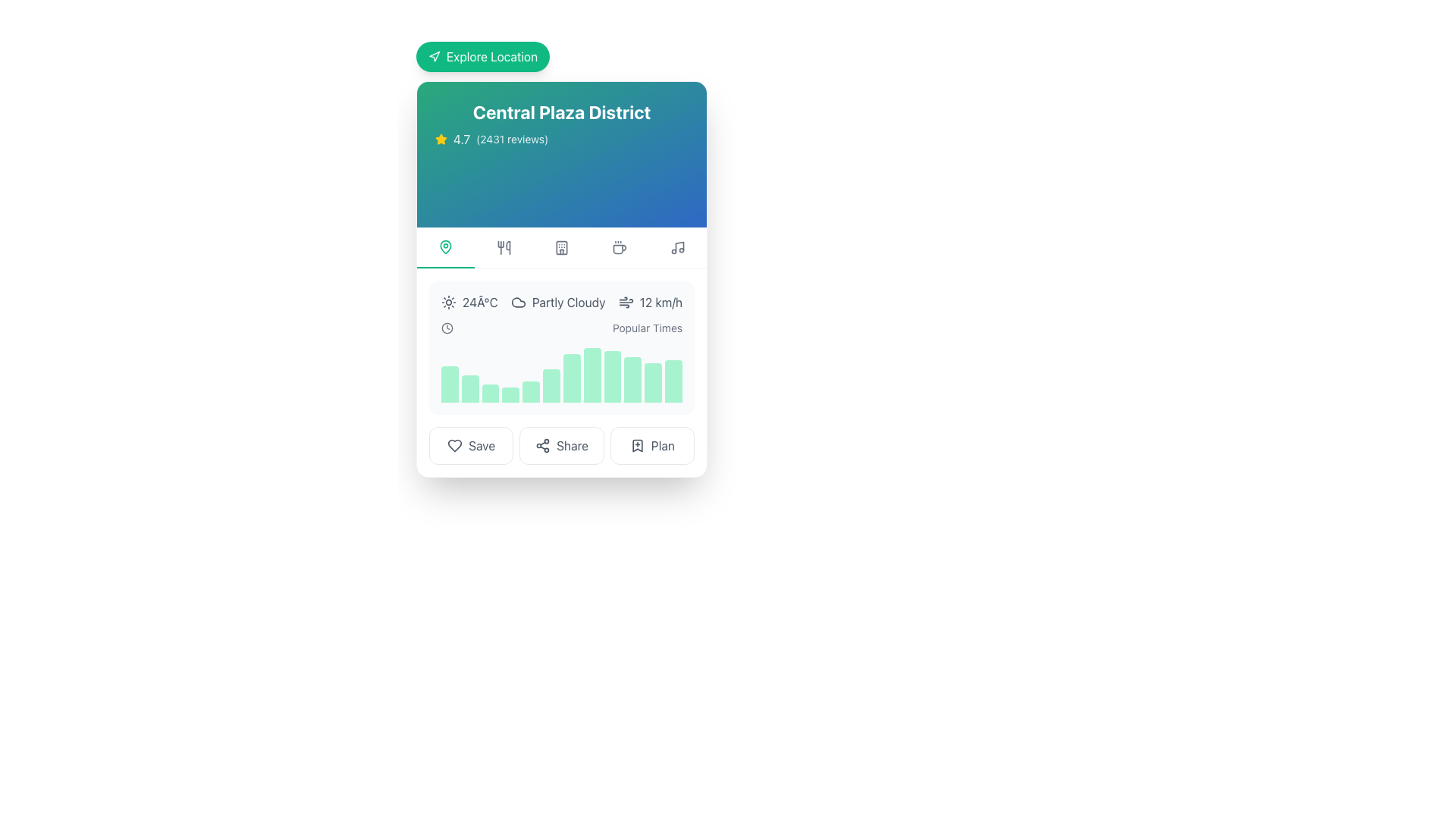 The width and height of the screenshot is (1456, 819). What do you see at coordinates (447, 302) in the screenshot?
I see `the sun icon that visually represents sunny weather, located leftmost in the horizontal layout near the '24°C' text` at bounding box center [447, 302].